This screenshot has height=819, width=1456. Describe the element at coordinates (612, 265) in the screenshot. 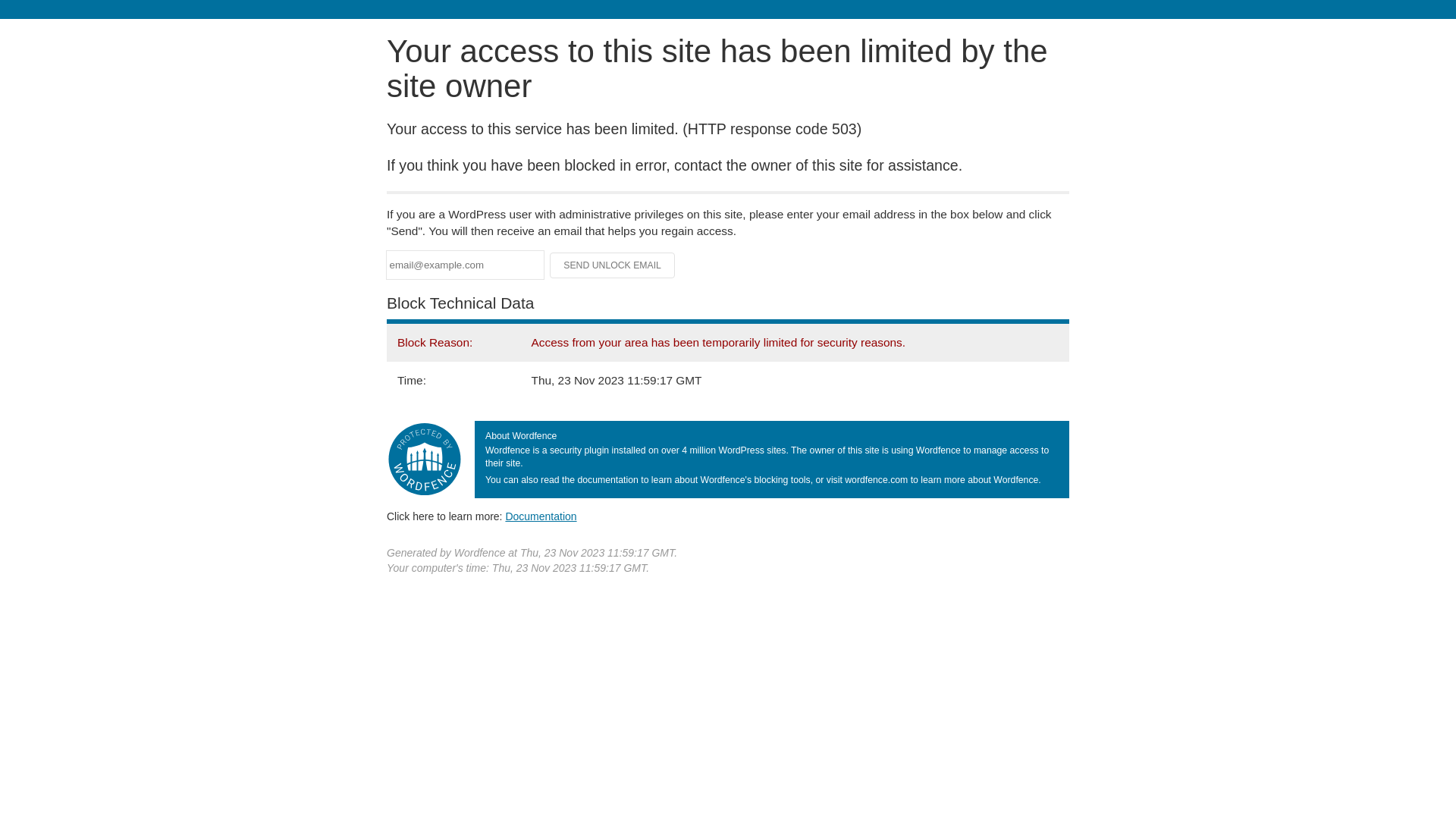

I see `'Send Unlock Email'` at that location.